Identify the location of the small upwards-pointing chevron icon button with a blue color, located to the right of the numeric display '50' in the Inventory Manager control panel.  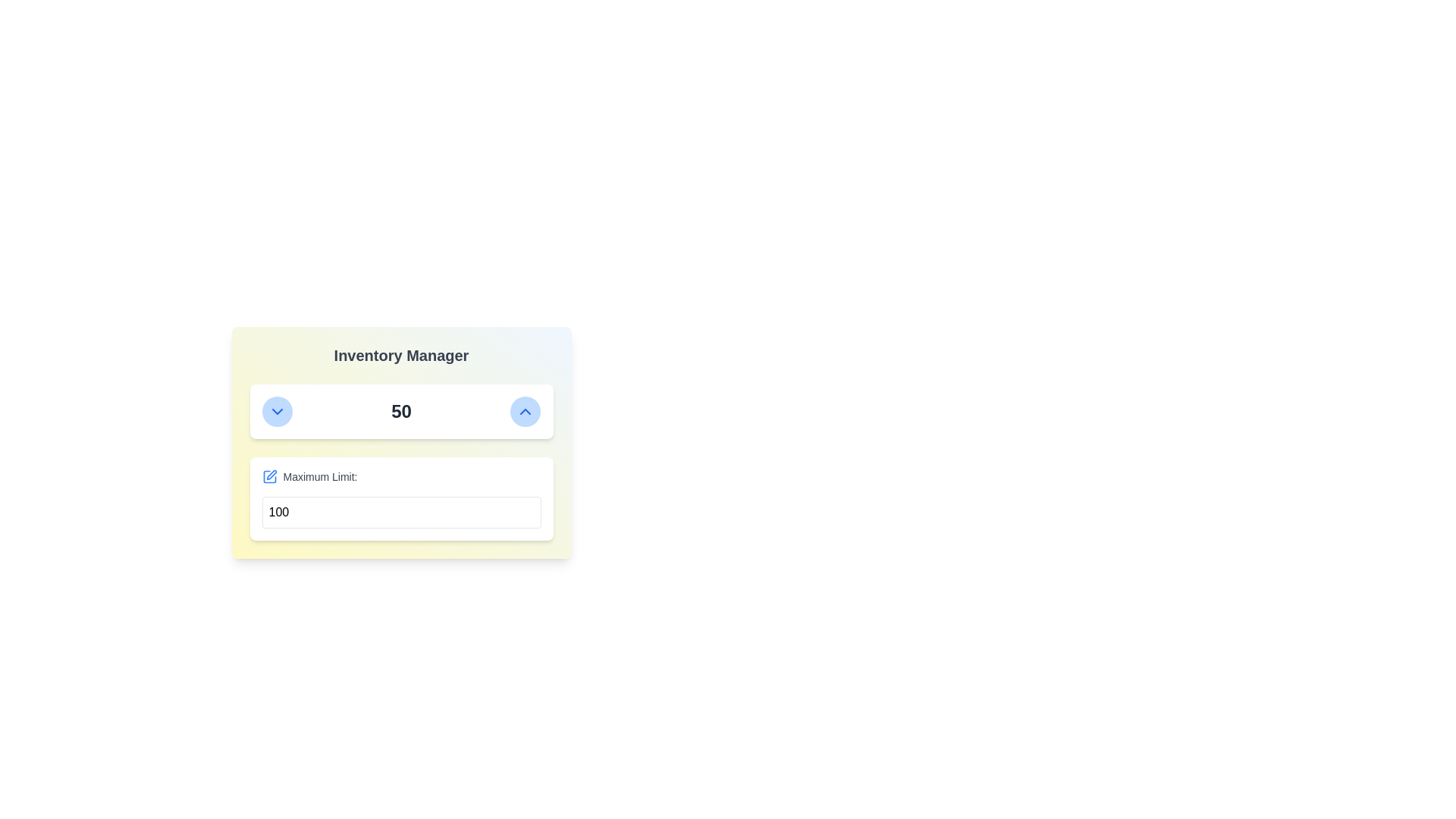
(526, 412).